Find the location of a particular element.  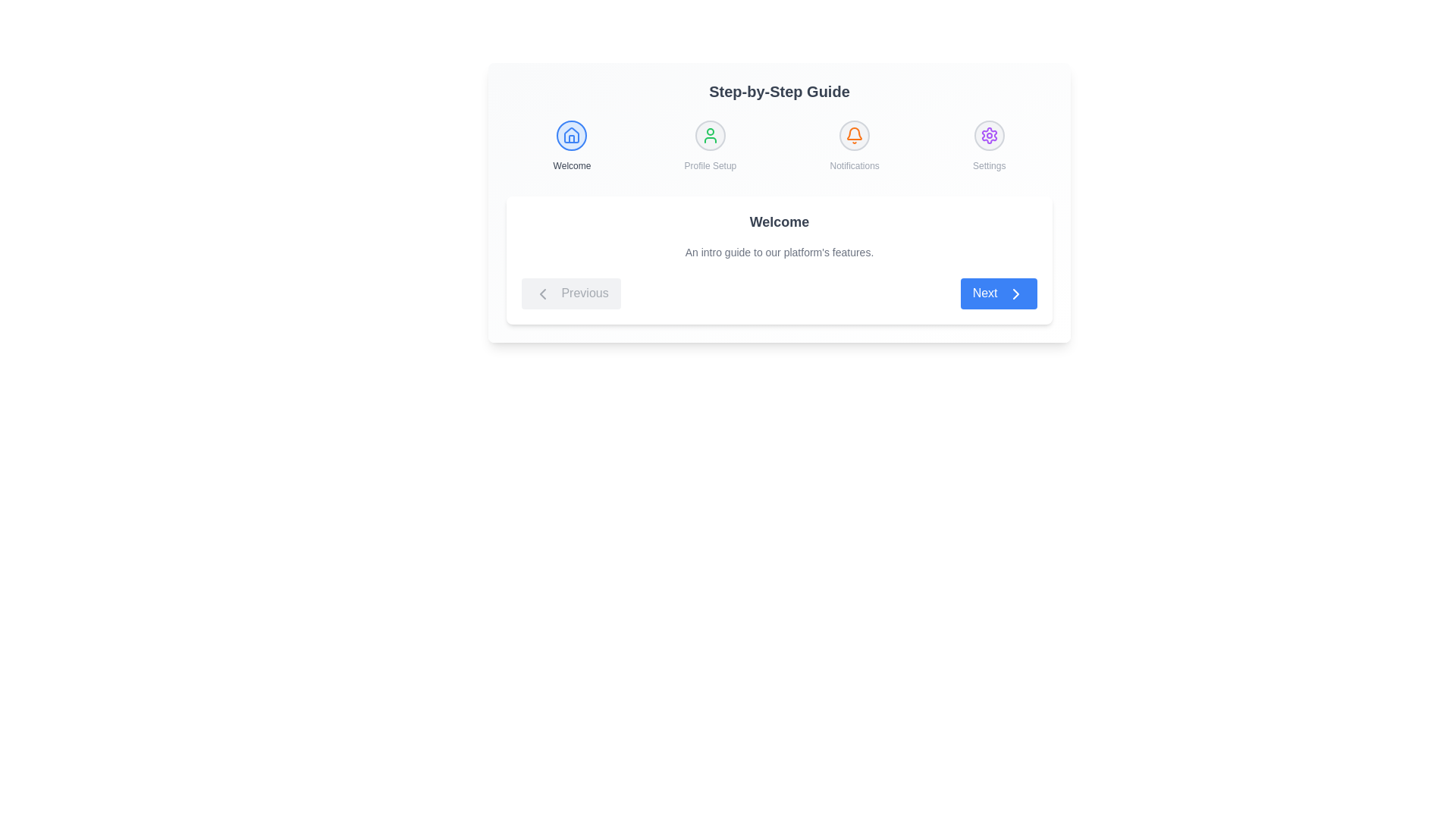

the leftmost navigation button located at the bottom-center of the interface for visual feedback is located at coordinates (570, 293).